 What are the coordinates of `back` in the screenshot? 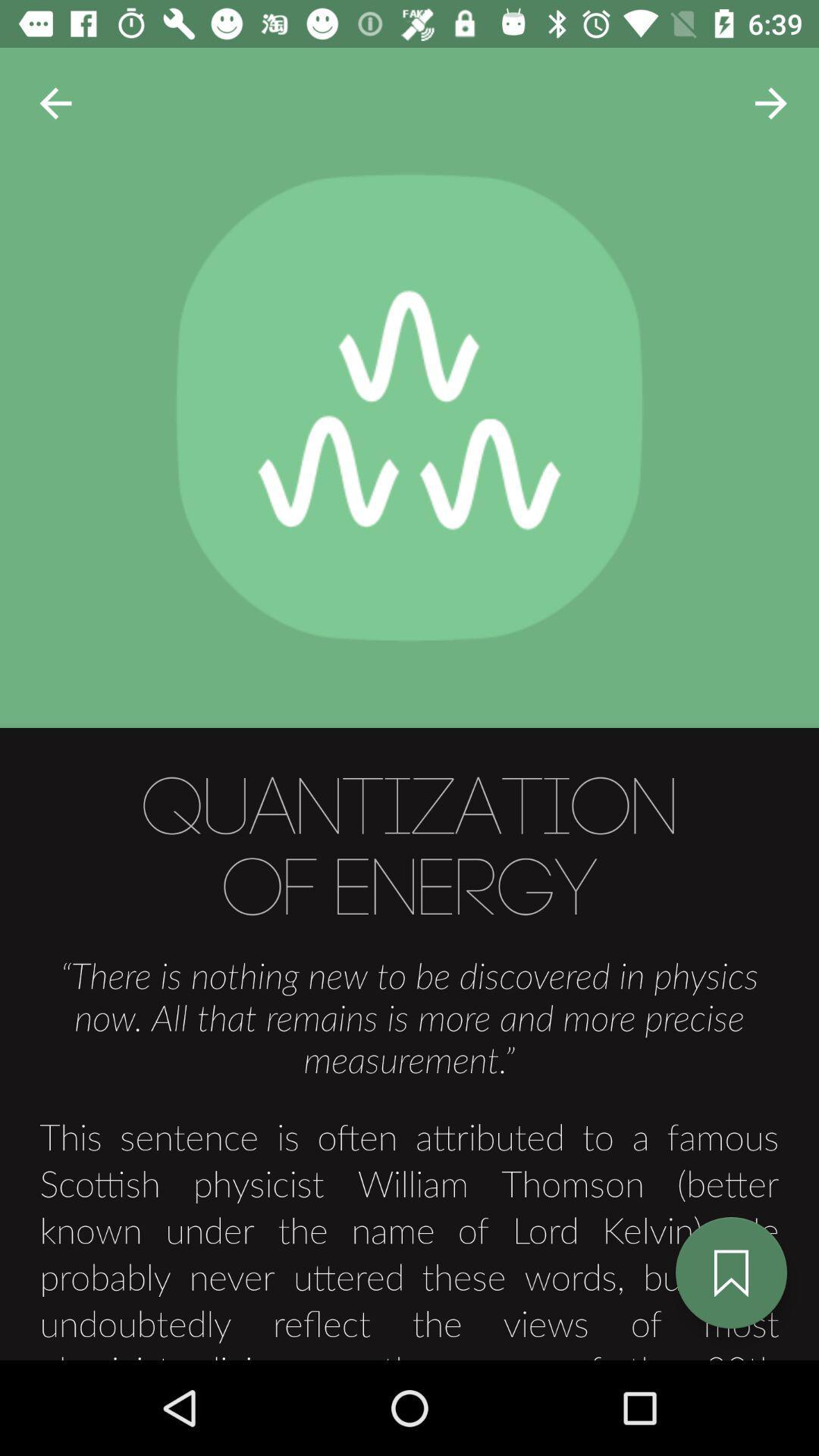 It's located at (55, 102).